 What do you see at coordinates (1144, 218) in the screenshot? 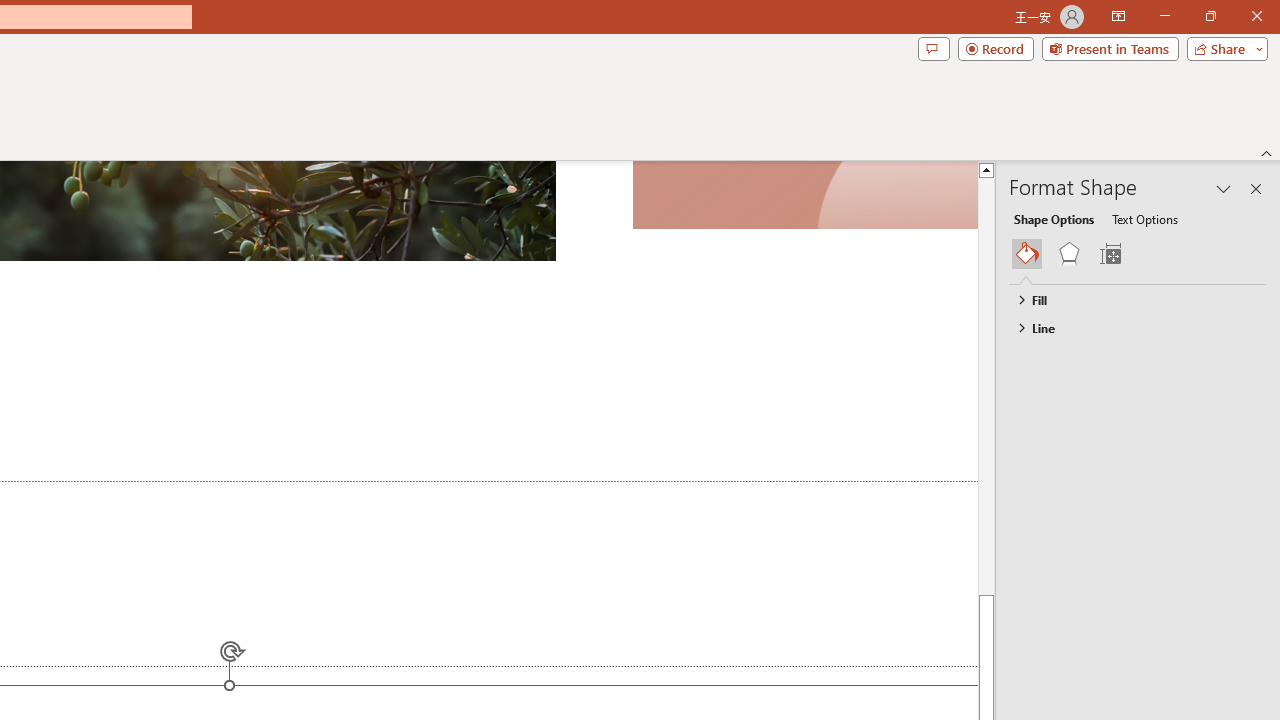
I see `'Text Options'` at bounding box center [1144, 218].